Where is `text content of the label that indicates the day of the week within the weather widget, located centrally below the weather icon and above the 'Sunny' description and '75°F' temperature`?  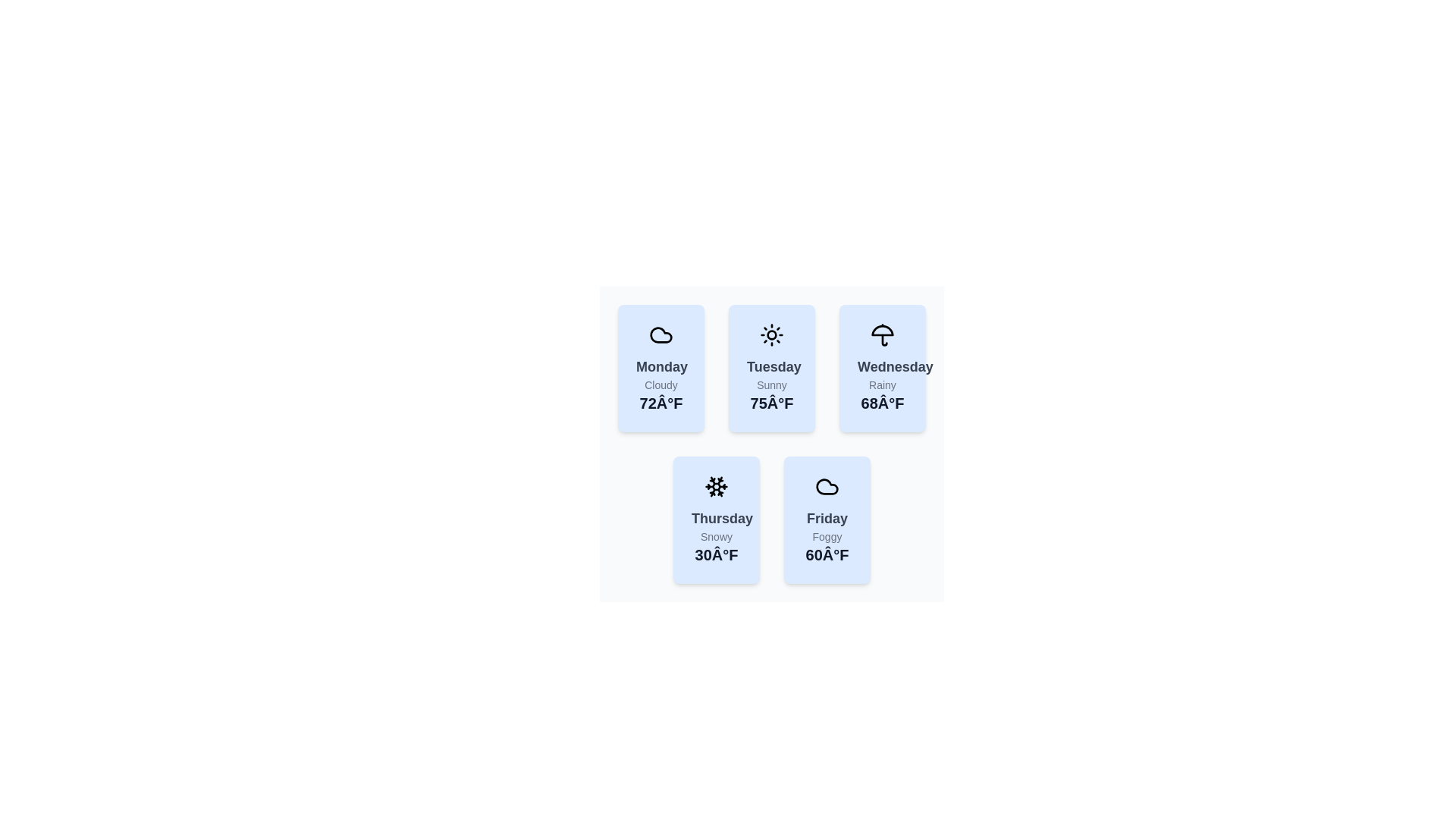 text content of the label that indicates the day of the week within the weather widget, located centrally below the weather icon and above the 'Sunny' description and '75°F' temperature is located at coordinates (771, 366).